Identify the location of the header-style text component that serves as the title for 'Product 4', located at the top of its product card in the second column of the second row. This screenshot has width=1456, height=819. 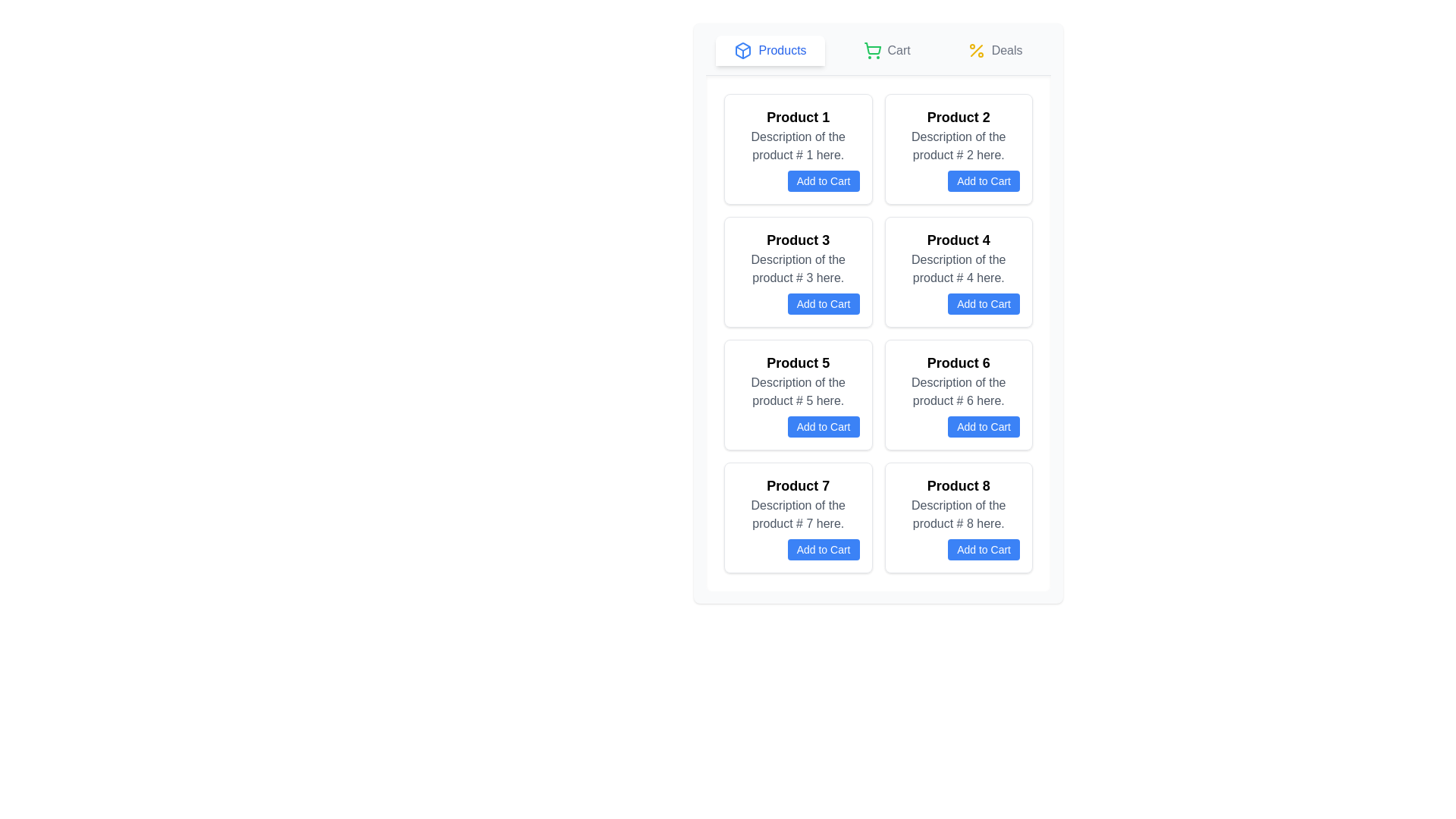
(958, 239).